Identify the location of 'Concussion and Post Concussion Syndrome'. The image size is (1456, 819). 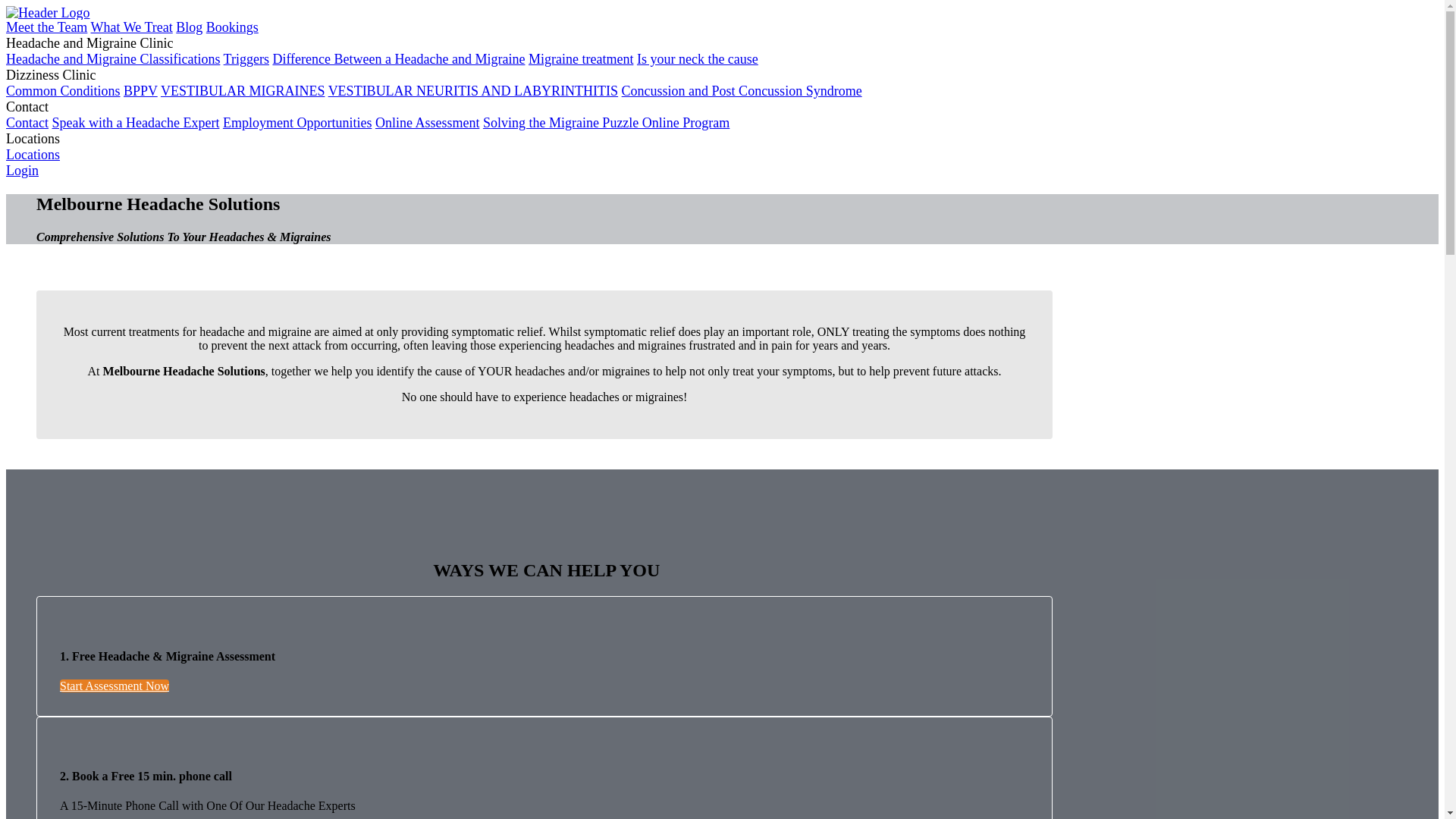
(742, 90).